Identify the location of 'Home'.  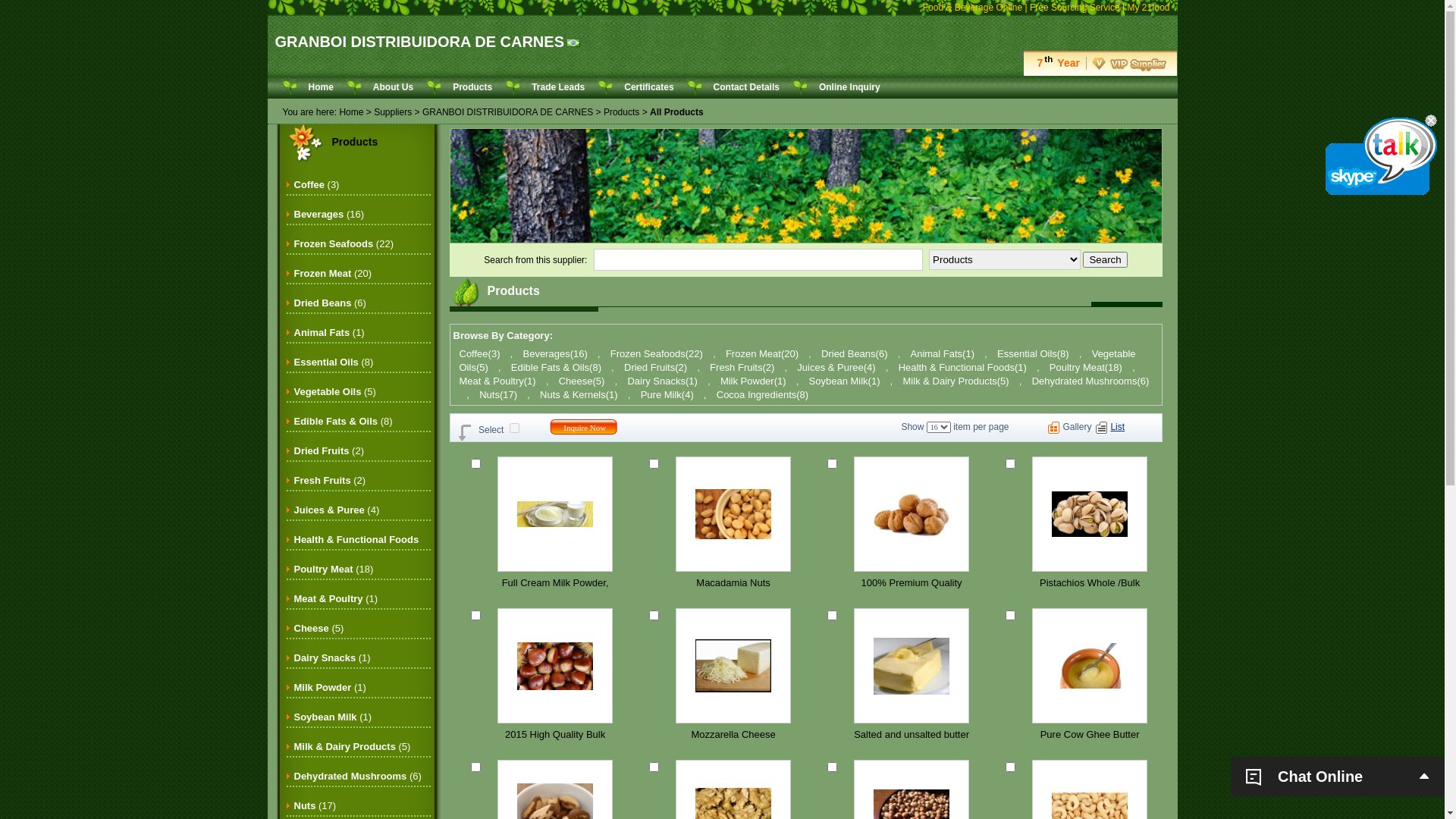
(337, 111).